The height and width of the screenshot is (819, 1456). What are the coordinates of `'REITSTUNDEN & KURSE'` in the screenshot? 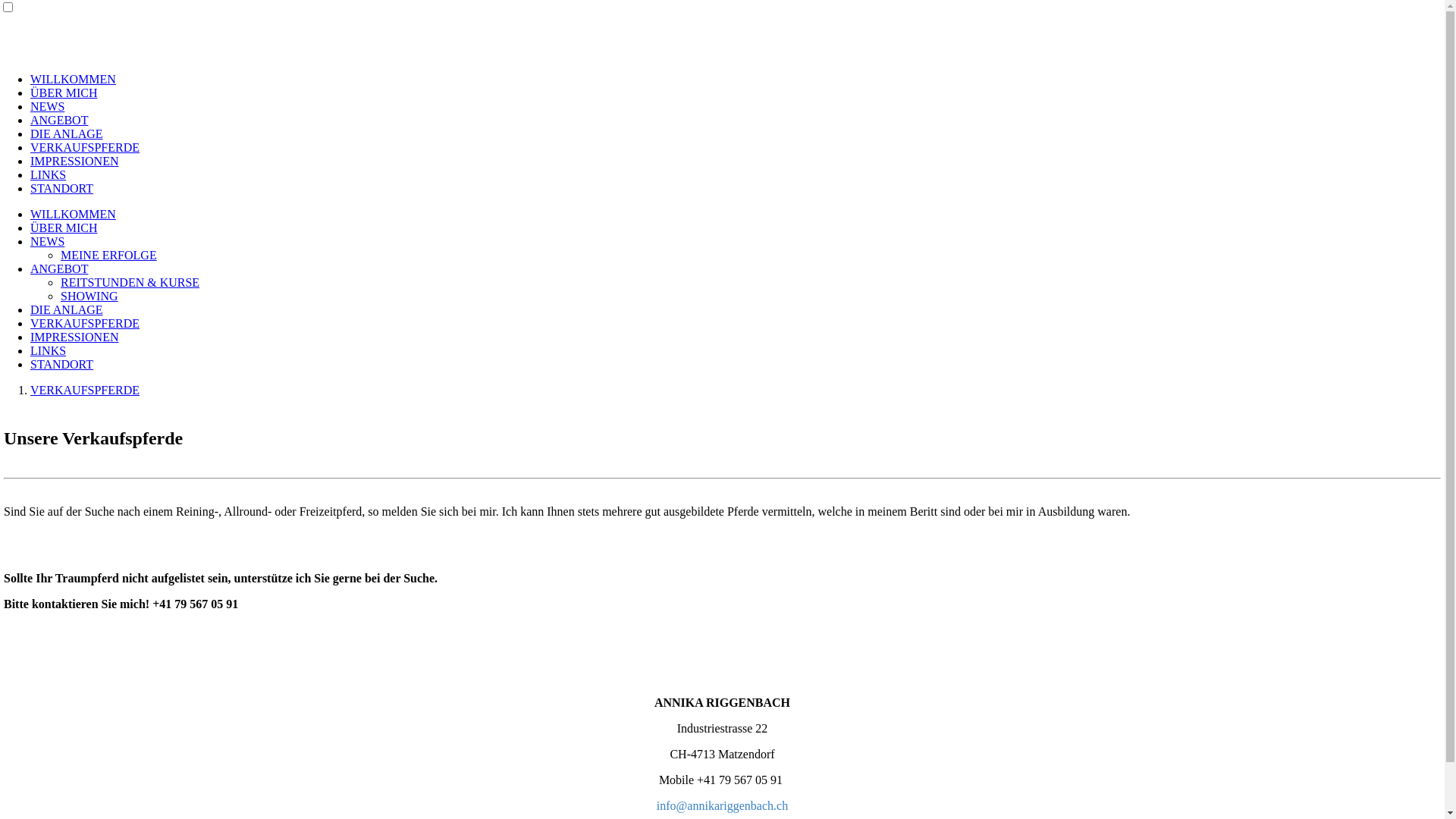 It's located at (61, 282).